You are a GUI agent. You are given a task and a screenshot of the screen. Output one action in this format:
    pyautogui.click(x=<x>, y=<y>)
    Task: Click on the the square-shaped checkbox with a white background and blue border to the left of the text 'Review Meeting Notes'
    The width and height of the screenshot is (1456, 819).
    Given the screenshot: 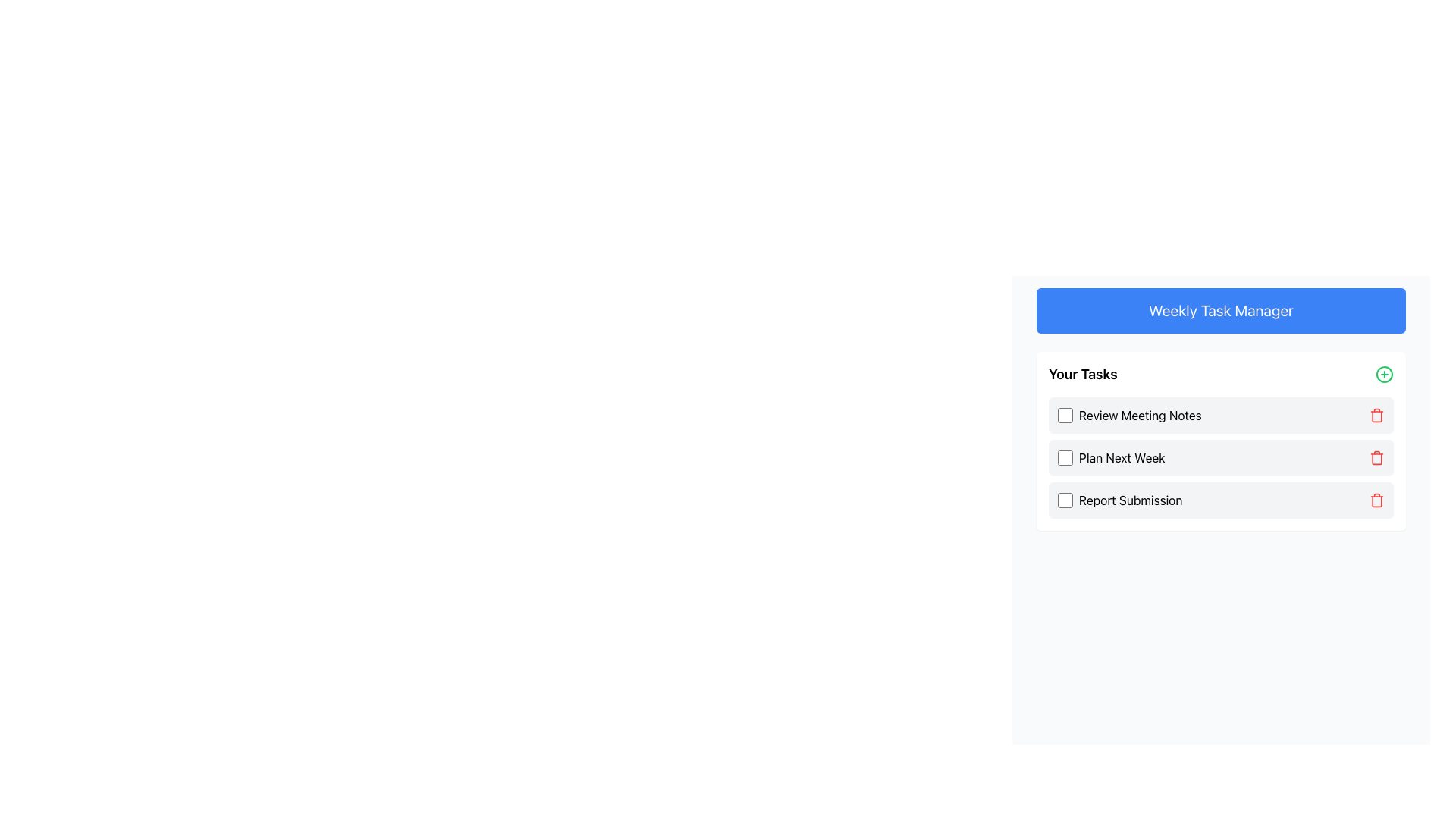 What is the action you would take?
    pyautogui.click(x=1065, y=415)
    